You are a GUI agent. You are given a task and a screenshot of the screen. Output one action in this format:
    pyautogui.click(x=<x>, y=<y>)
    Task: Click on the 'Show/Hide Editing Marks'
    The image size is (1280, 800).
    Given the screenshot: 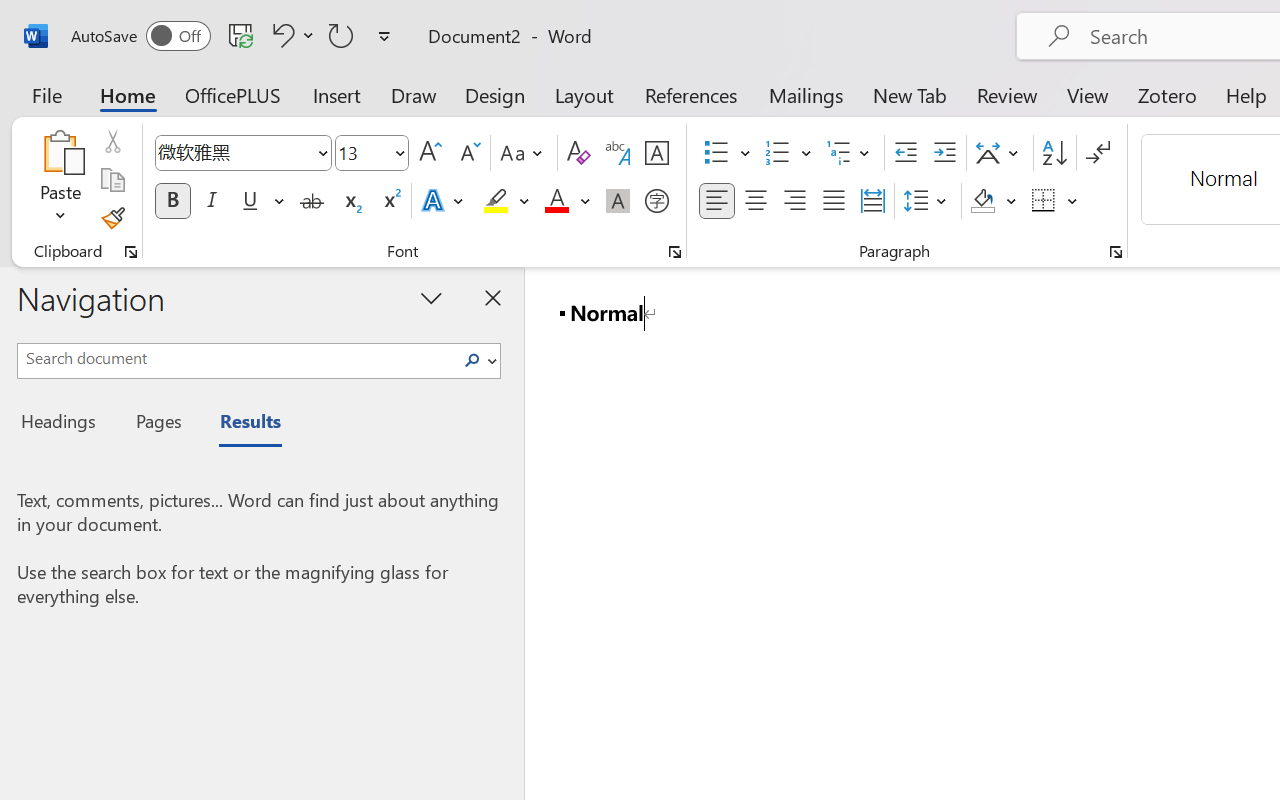 What is the action you would take?
    pyautogui.click(x=1097, y=153)
    